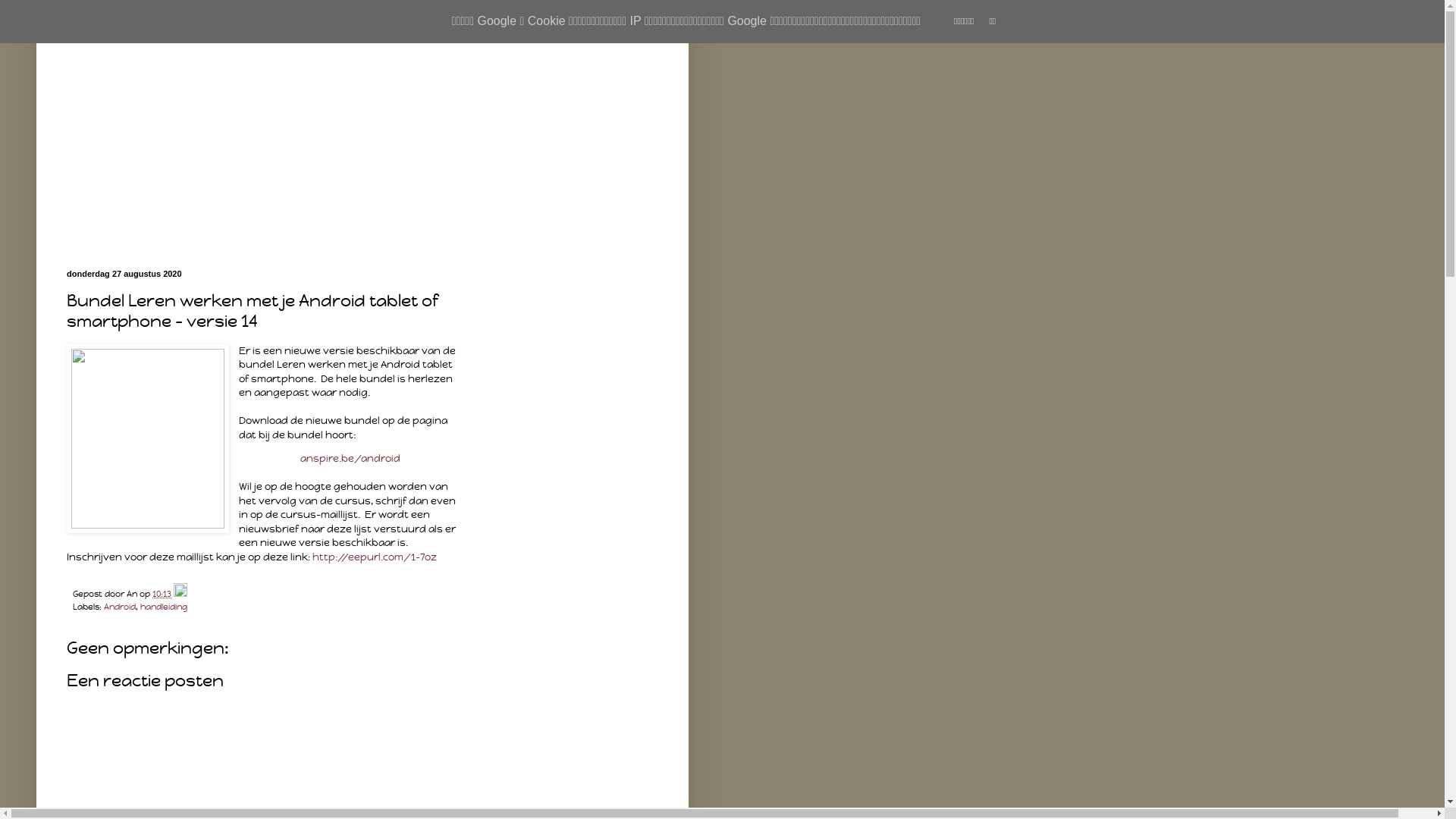  What do you see at coordinates (375, 557) in the screenshot?
I see `'http://eepurl.com/1-7oz'` at bounding box center [375, 557].